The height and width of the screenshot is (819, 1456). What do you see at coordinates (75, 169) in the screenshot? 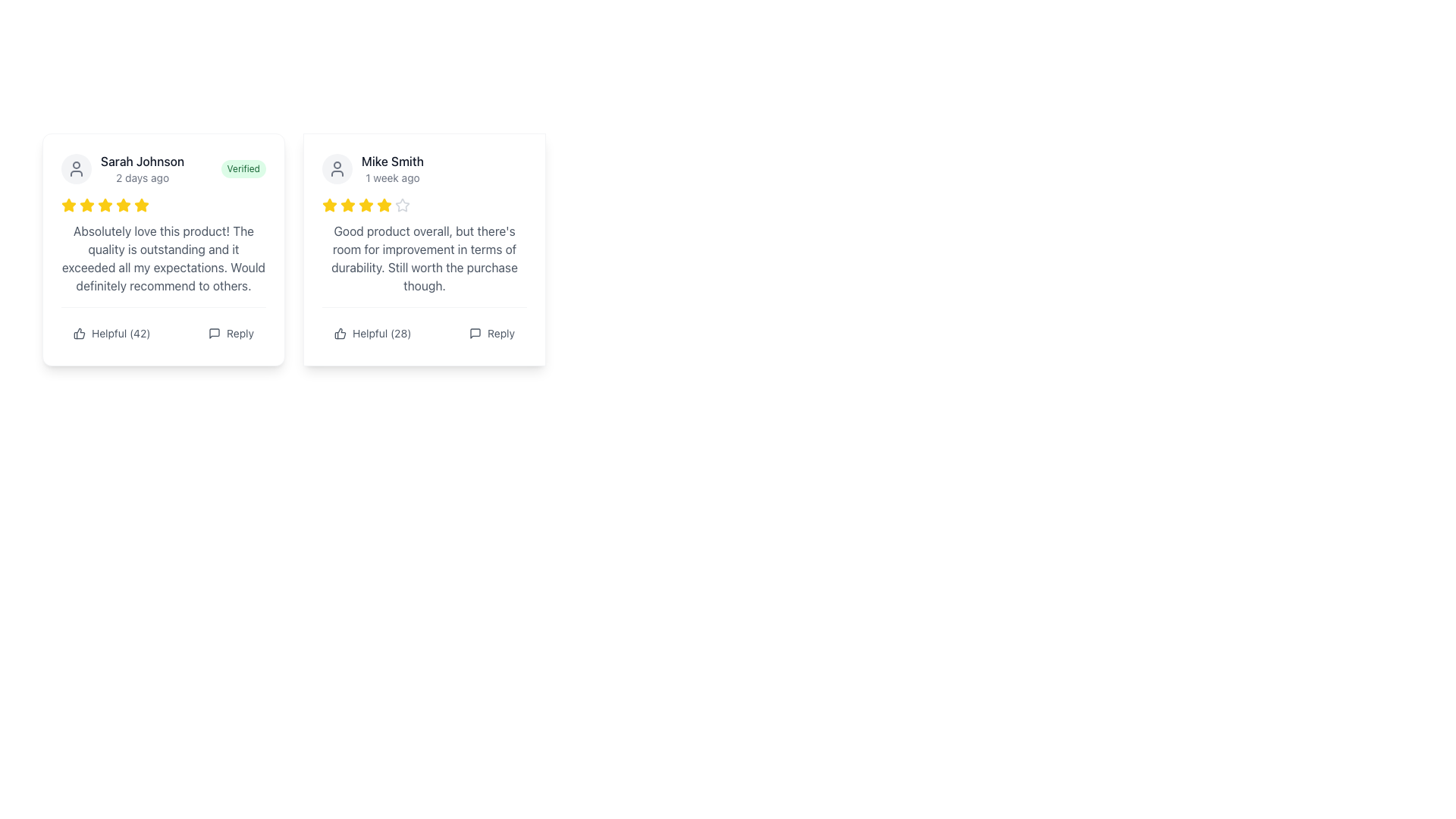
I see `the circular user profile icon with a gray background located at the upper-left of the card interface` at bounding box center [75, 169].